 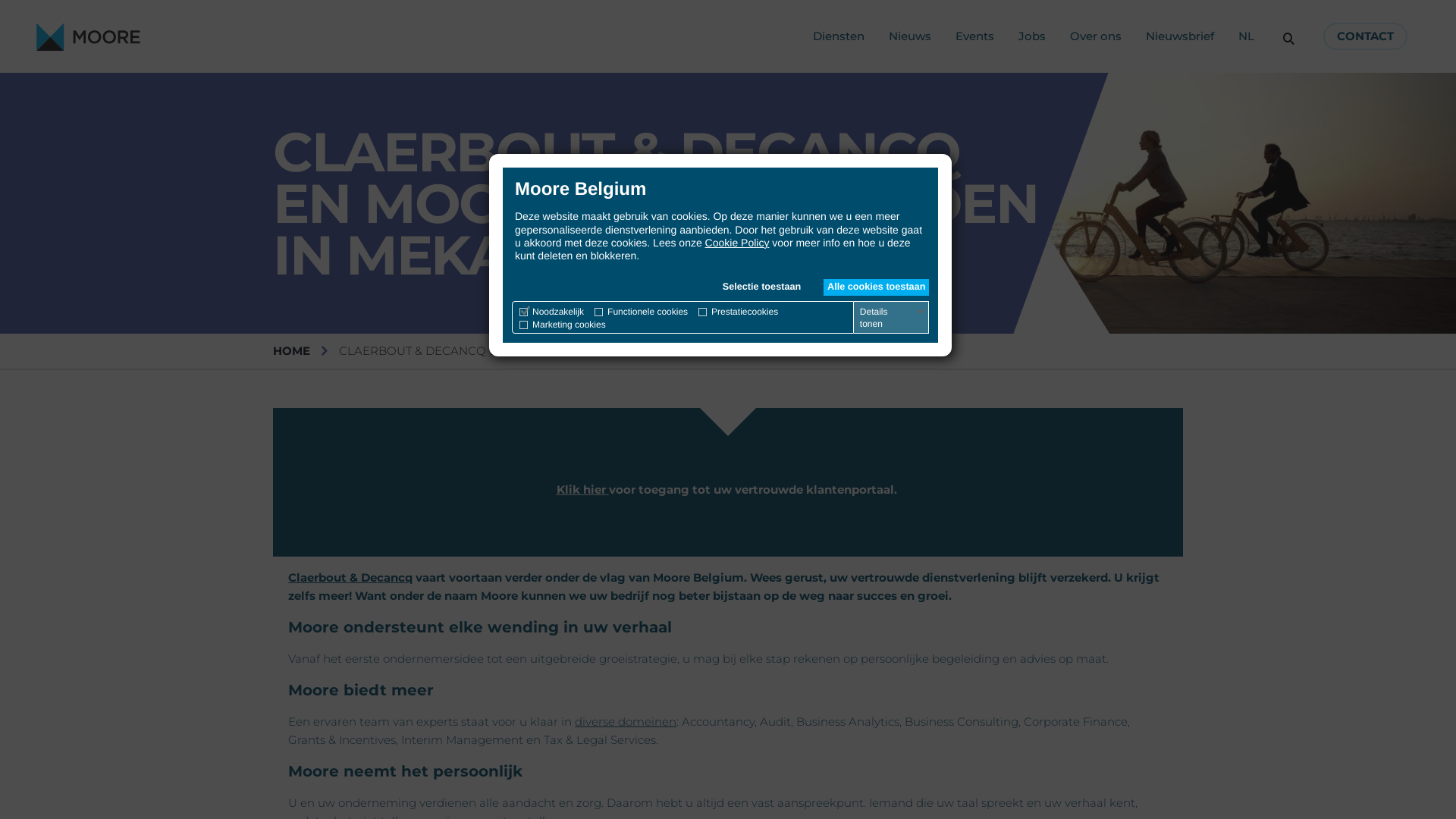 What do you see at coordinates (888, 35) in the screenshot?
I see `'Nieuws'` at bounding box center [888, 35].